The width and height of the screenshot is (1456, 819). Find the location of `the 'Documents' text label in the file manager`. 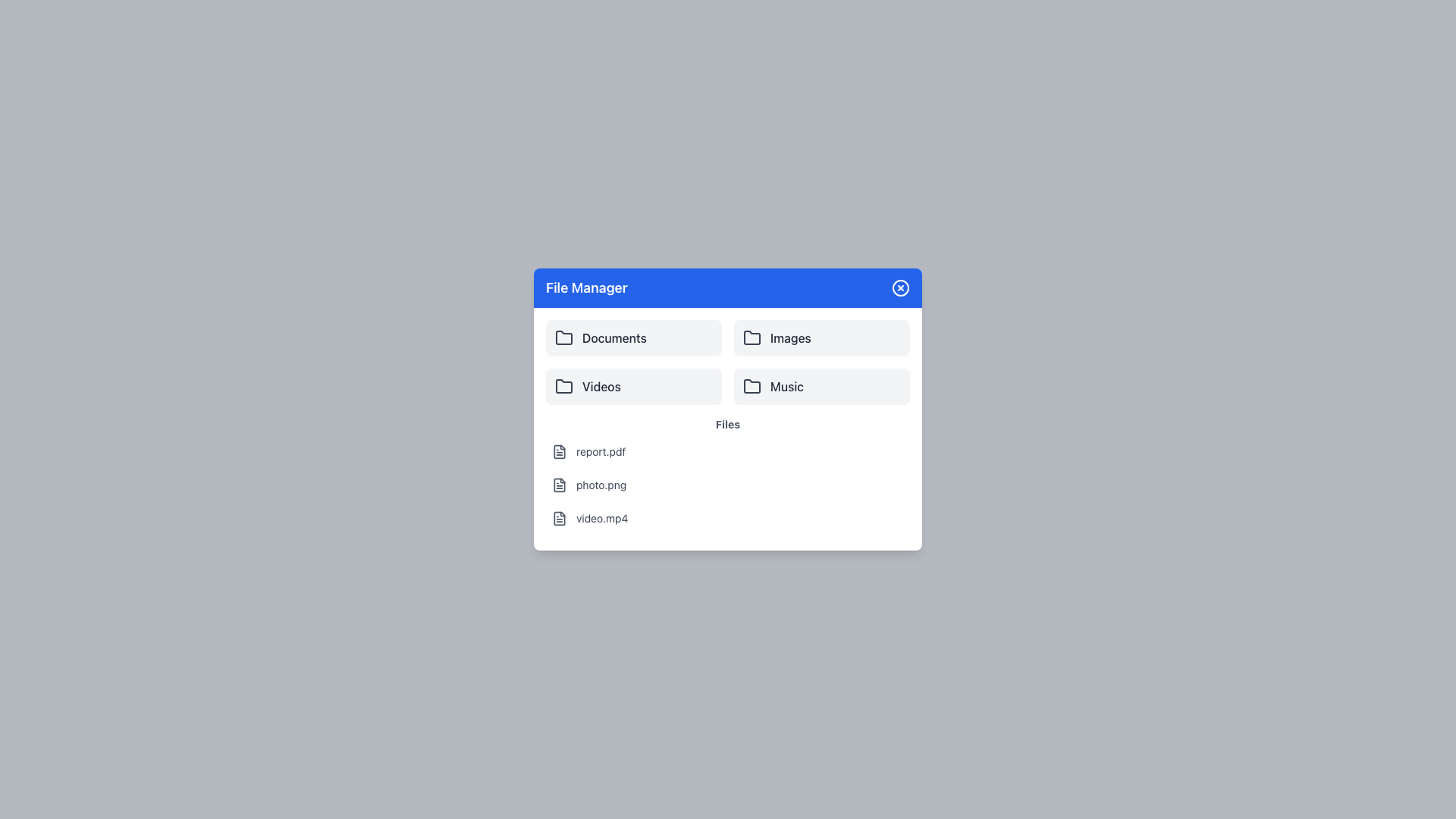

the 'Documents' text label in the file manager is located at coordinates (614, 337).